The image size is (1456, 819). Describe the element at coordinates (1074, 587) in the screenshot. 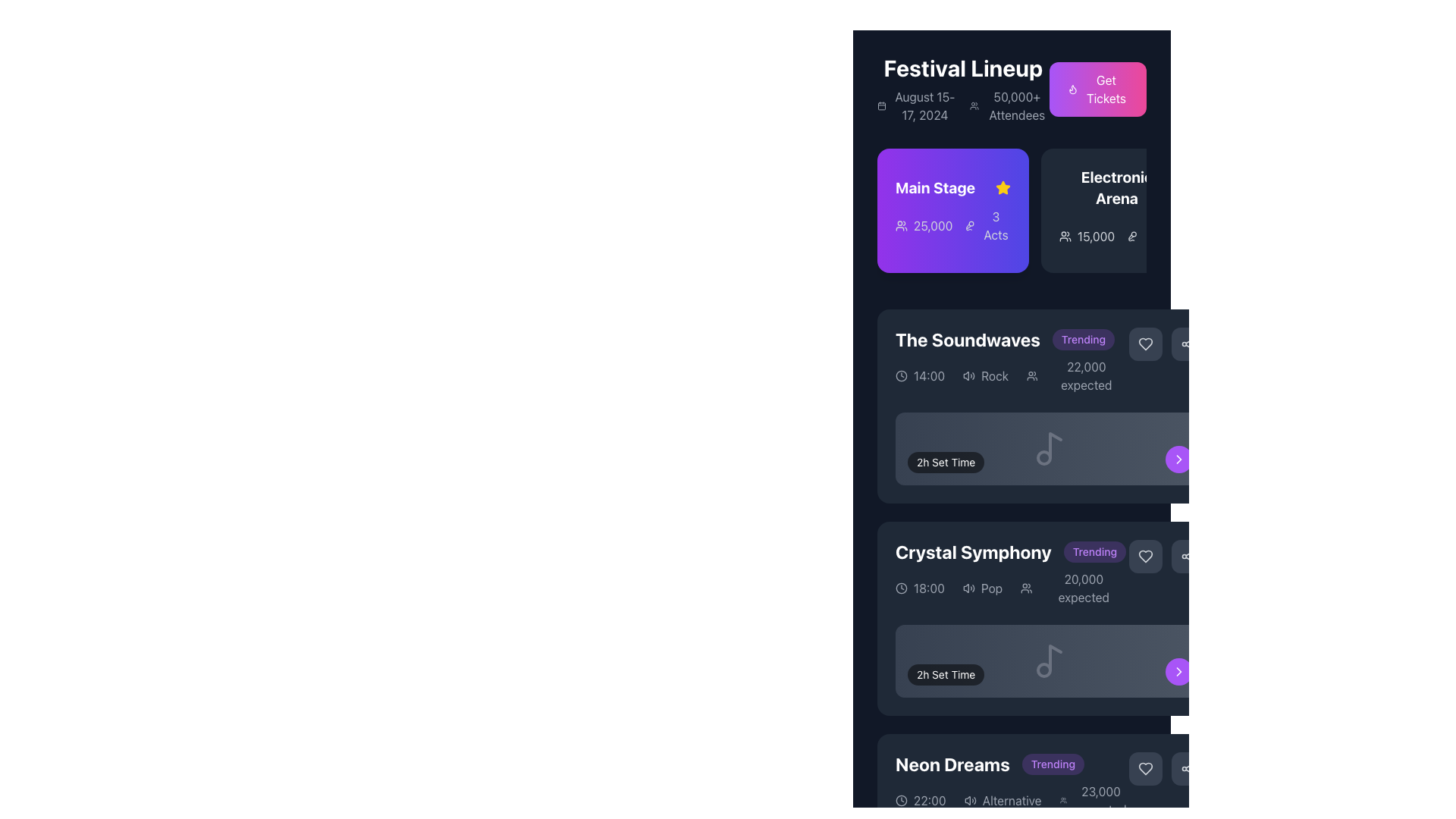

I see `the text label indicating the expected number of attendees for the 'Crystal Symphony' event, which is located beneath the event time and genre information, and to the left of the heart symbol button` at that location.